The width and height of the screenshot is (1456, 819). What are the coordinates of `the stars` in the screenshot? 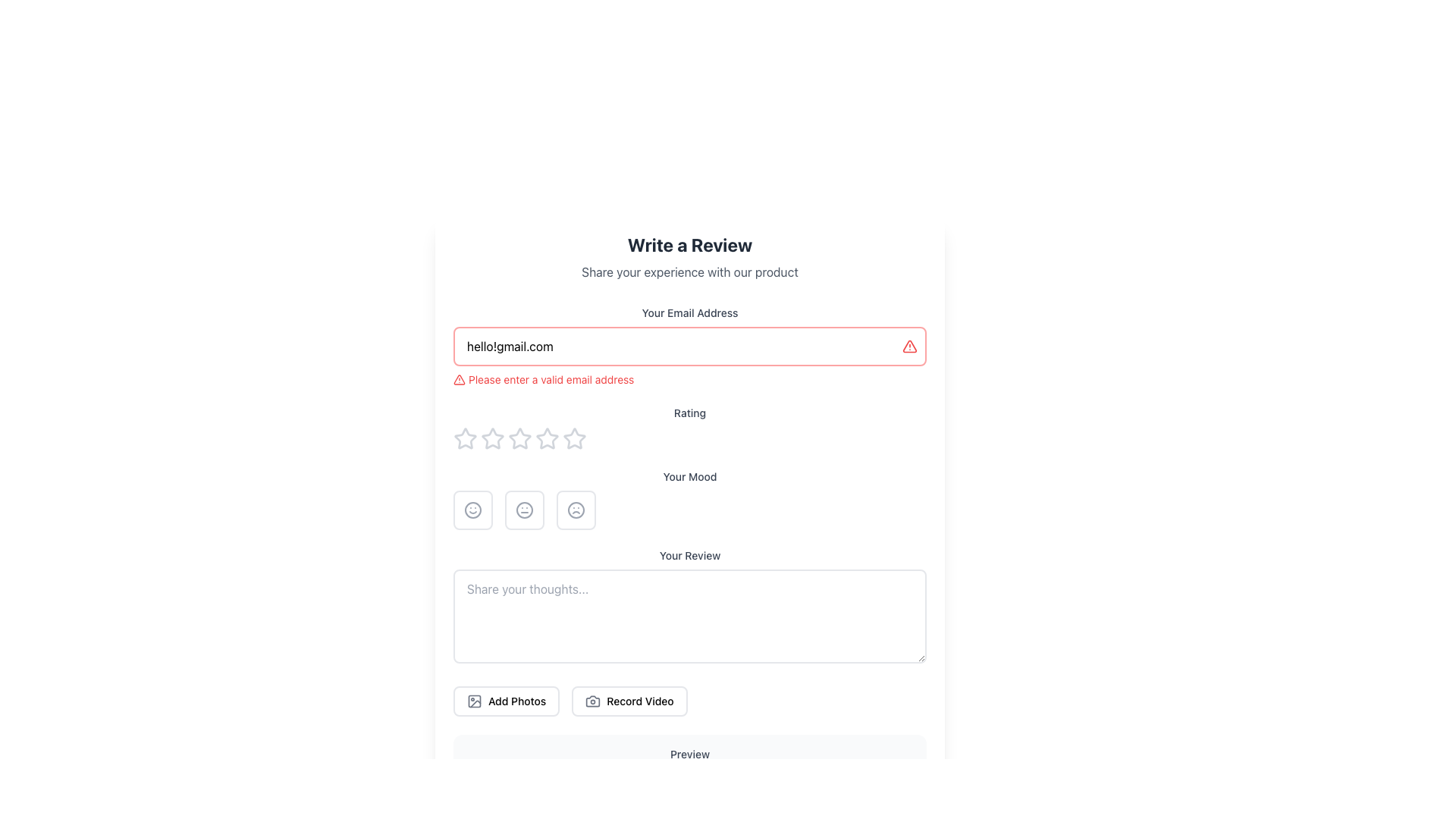 It's located at (689, 438).